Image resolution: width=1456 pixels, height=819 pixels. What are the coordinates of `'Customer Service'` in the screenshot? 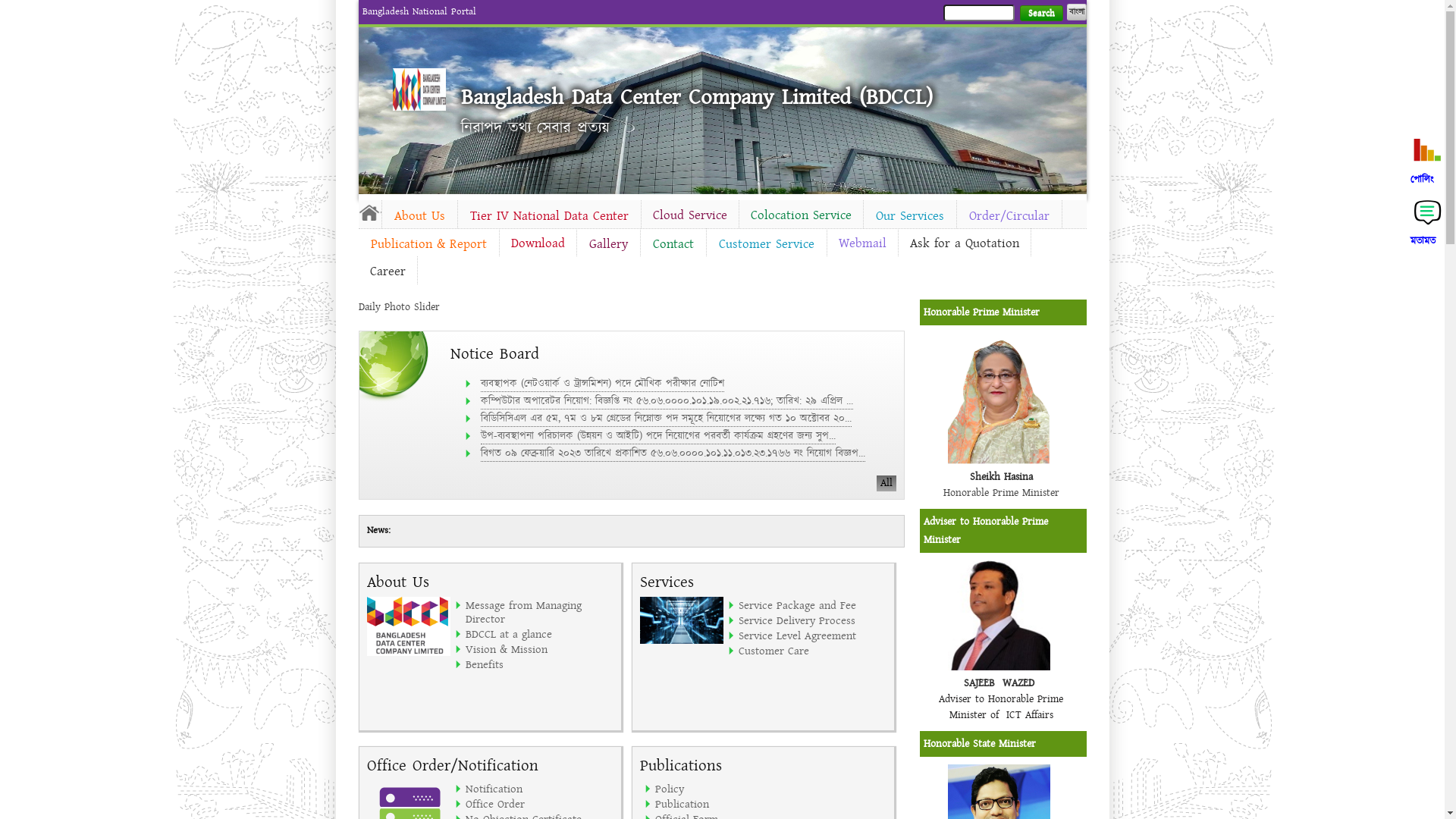 It's located at (705, 243).